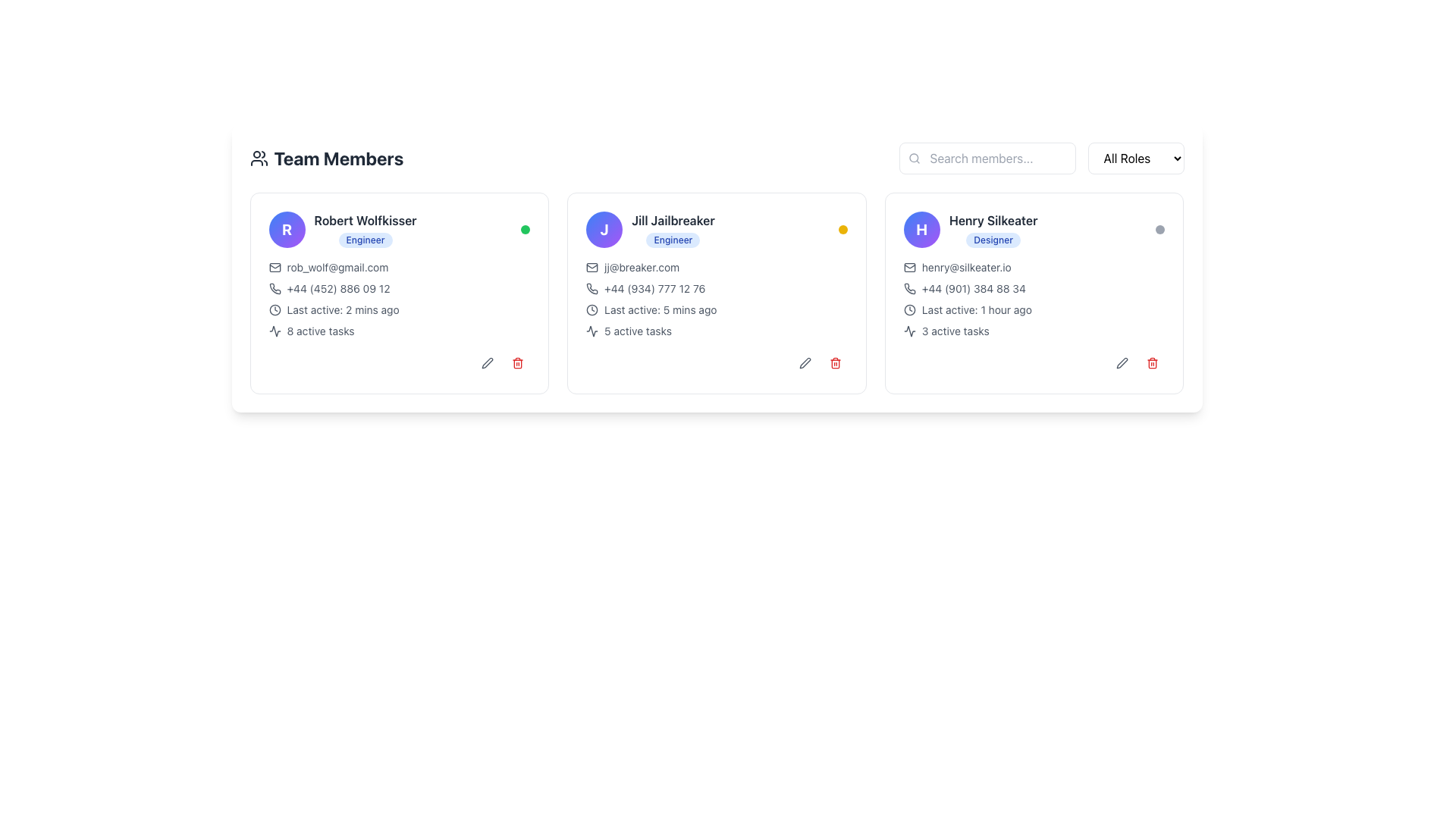 The width and height of the screenshot is (1456, 819). I want to click on the section title label that informs users about the content below, located at the upper left side of the interface, so click(325, 158).